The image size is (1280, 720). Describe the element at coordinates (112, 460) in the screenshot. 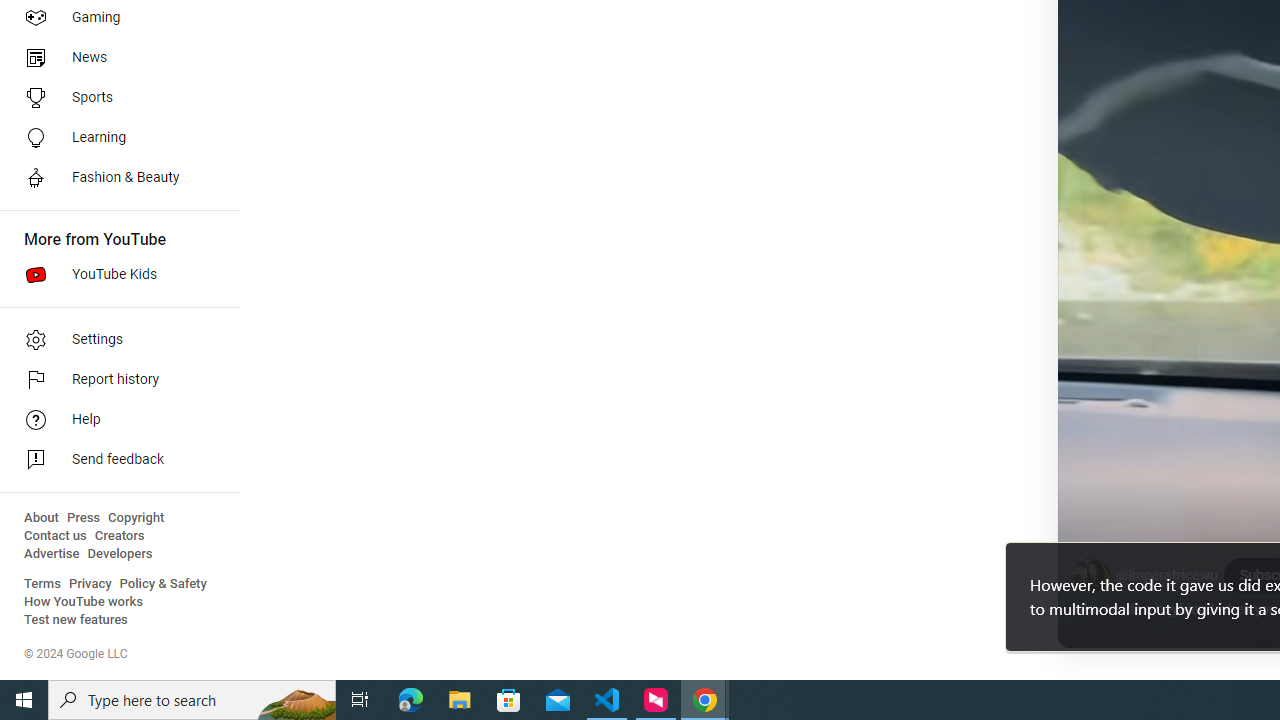

I see `'Send feedback'` at that location.